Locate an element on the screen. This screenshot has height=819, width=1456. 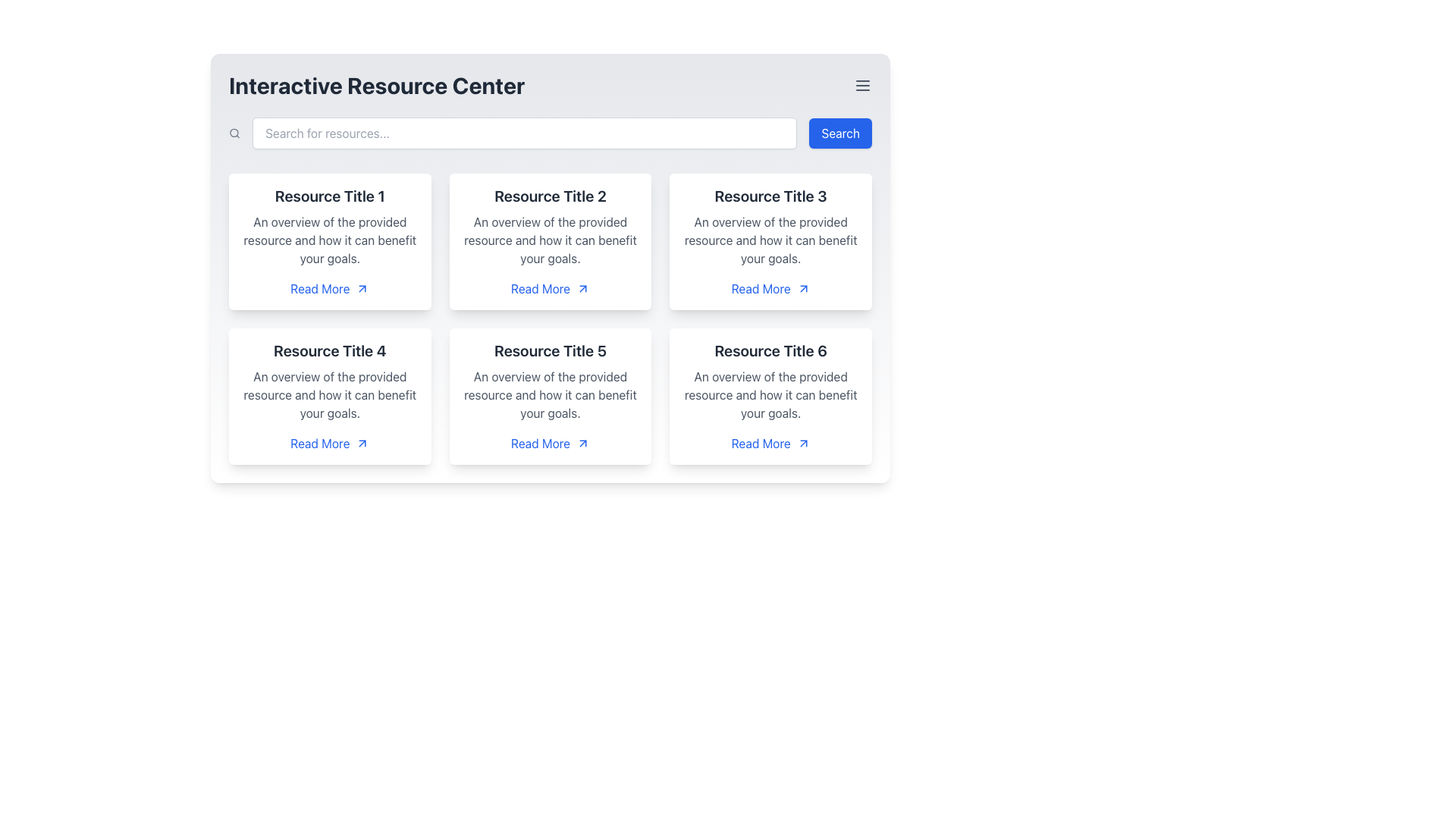
text block providing a concise summary about 'Resource Title 1', which is located directly below its title and above the 'Read More' link in the leftmost card of the top row is located at coordinates (329, 239).